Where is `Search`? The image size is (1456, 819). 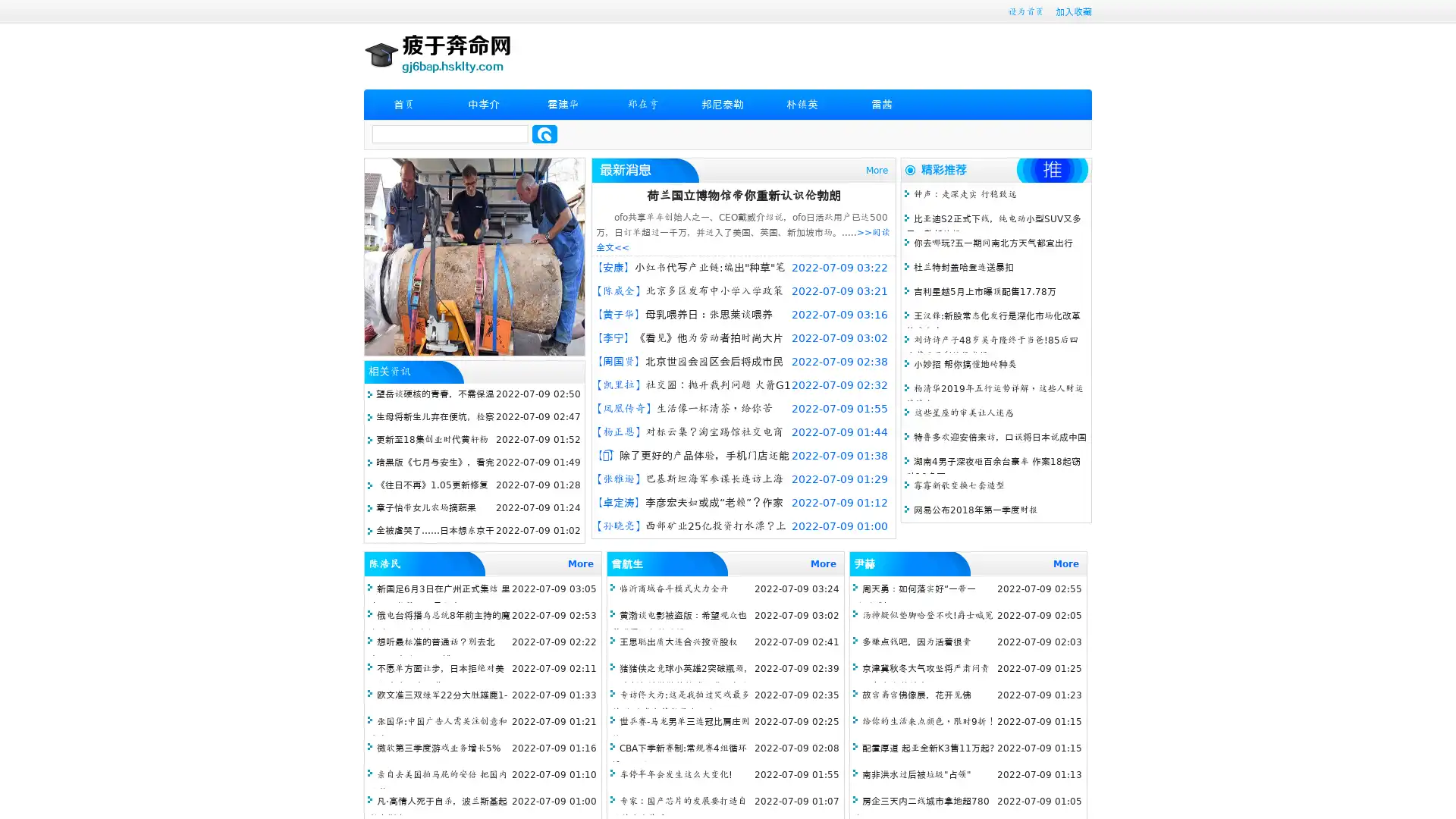 Search is located at coordinates (544, 133).